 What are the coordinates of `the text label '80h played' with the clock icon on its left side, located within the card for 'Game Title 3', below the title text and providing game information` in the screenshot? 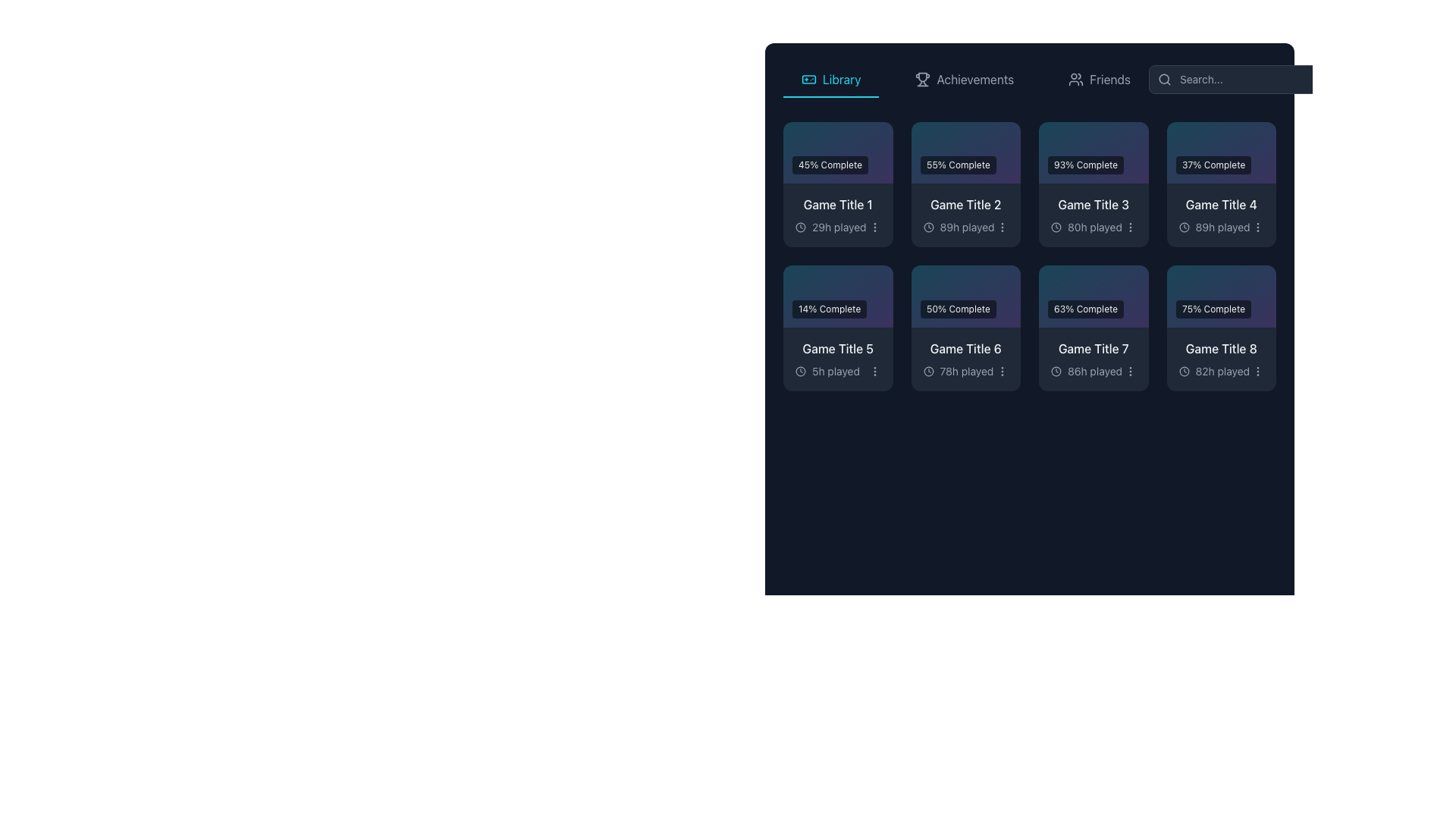 It's located at (1085, 227).